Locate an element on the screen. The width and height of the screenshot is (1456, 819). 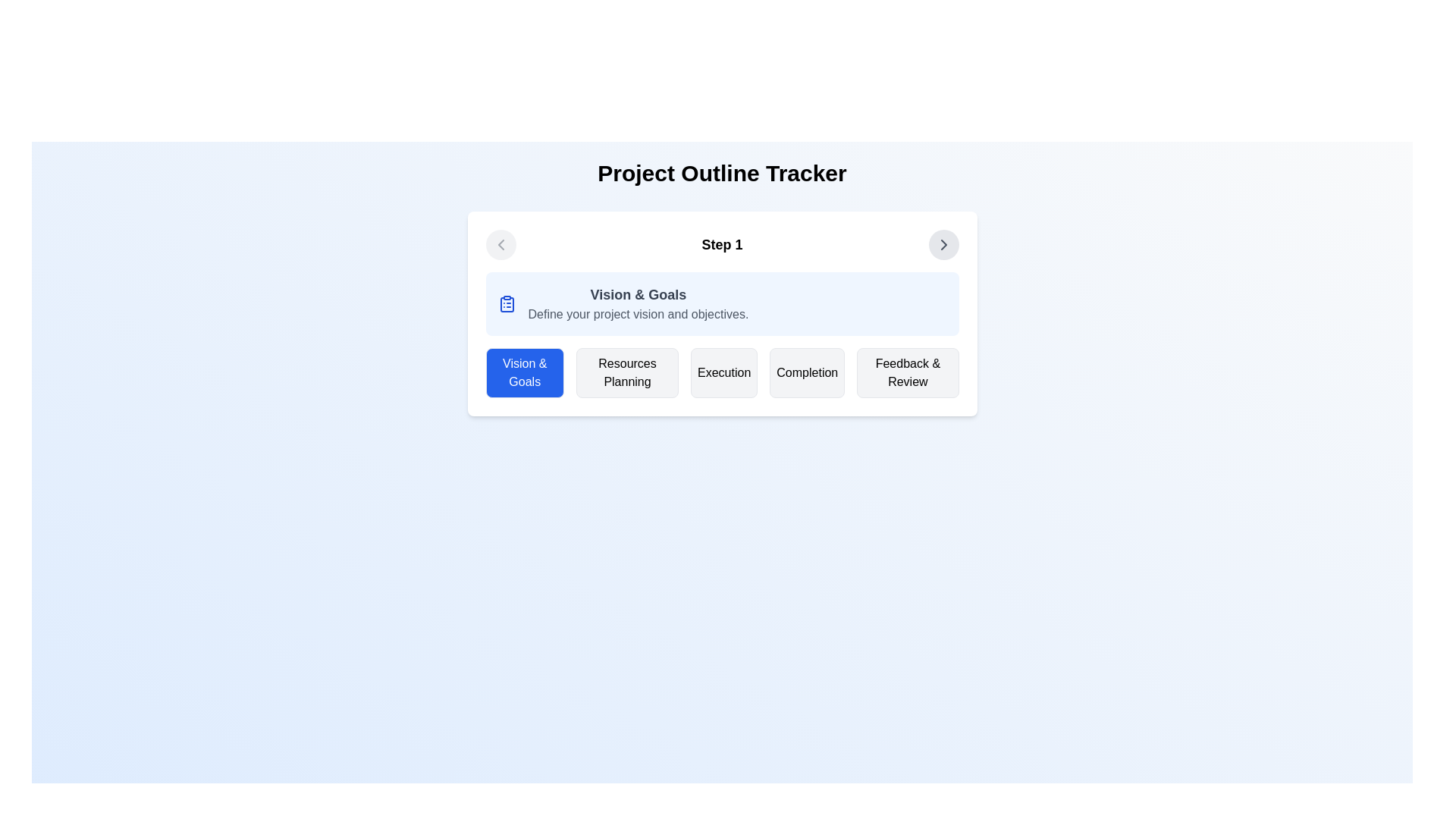
the 'Resources Planning' button, which is the second button in a row of five buttons for navigation is located at coordinates (627, 373).